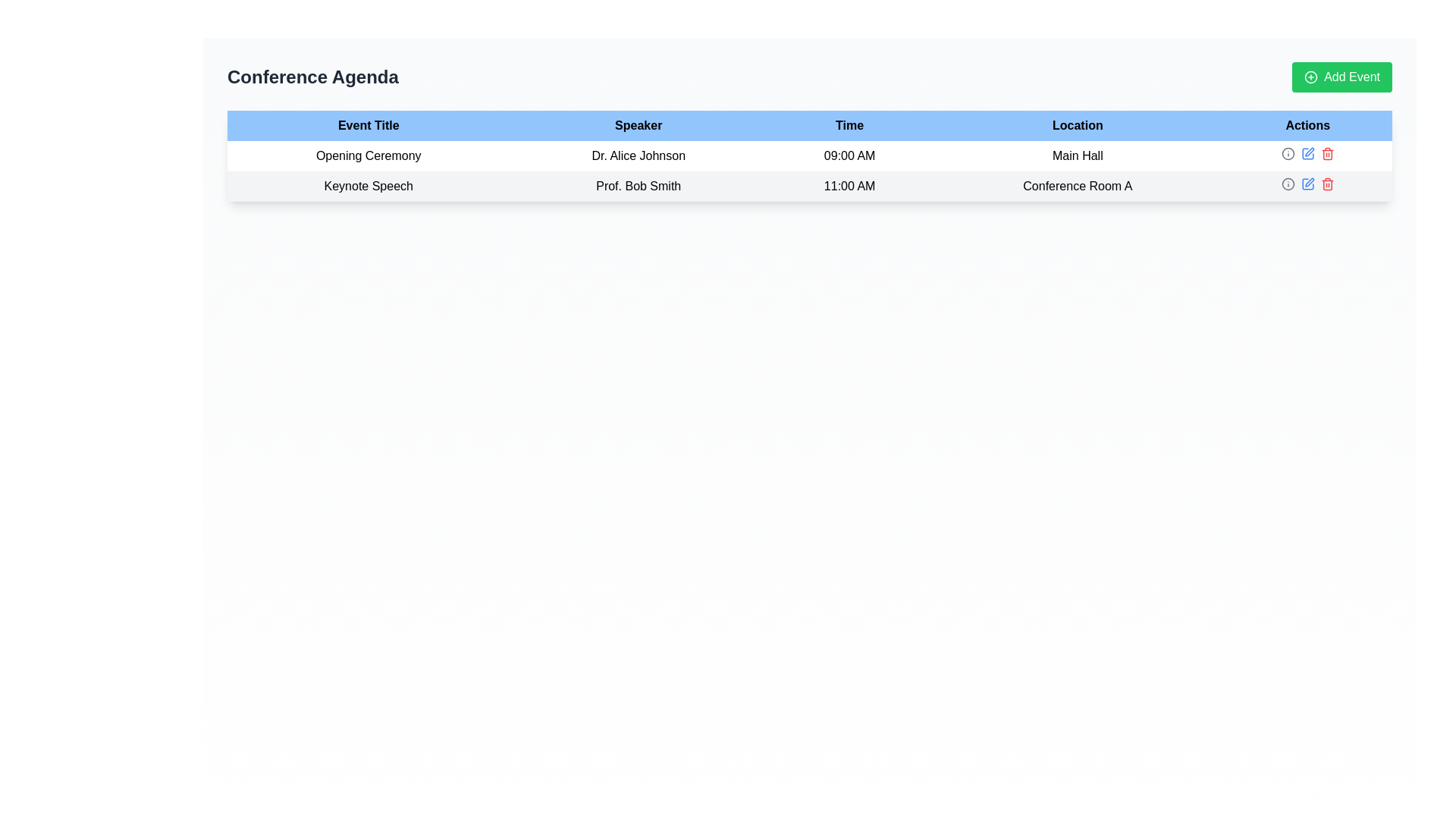 This screenshot has width=1456, height=819. I want to click on the Table Header element that categorizes data under the 'Location' column, positioned between the 'Time' and 'Actions' headers, so click(1077, 124).